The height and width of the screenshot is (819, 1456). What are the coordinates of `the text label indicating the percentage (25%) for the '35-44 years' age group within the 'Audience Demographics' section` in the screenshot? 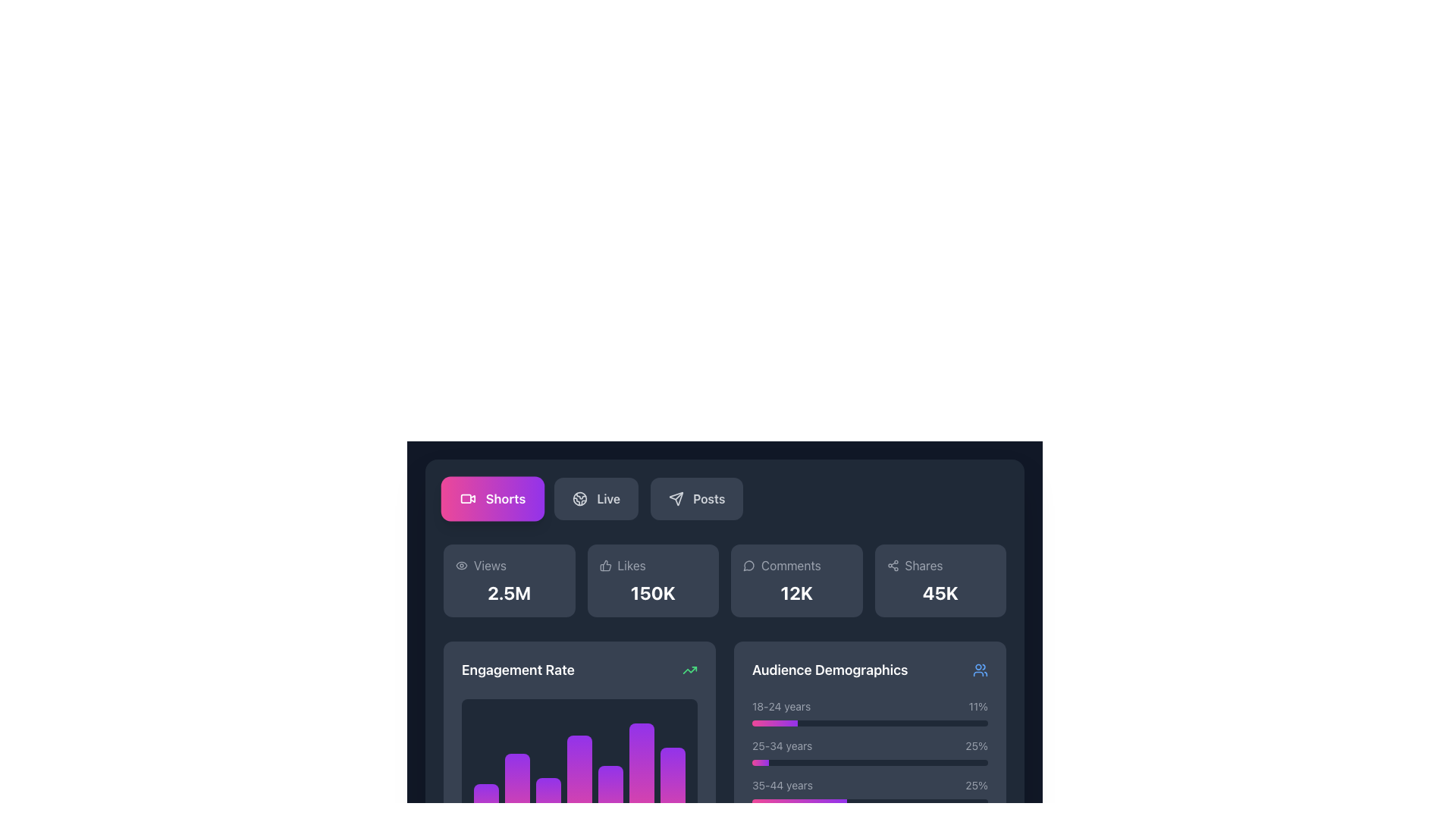 It's located at (977, 785).